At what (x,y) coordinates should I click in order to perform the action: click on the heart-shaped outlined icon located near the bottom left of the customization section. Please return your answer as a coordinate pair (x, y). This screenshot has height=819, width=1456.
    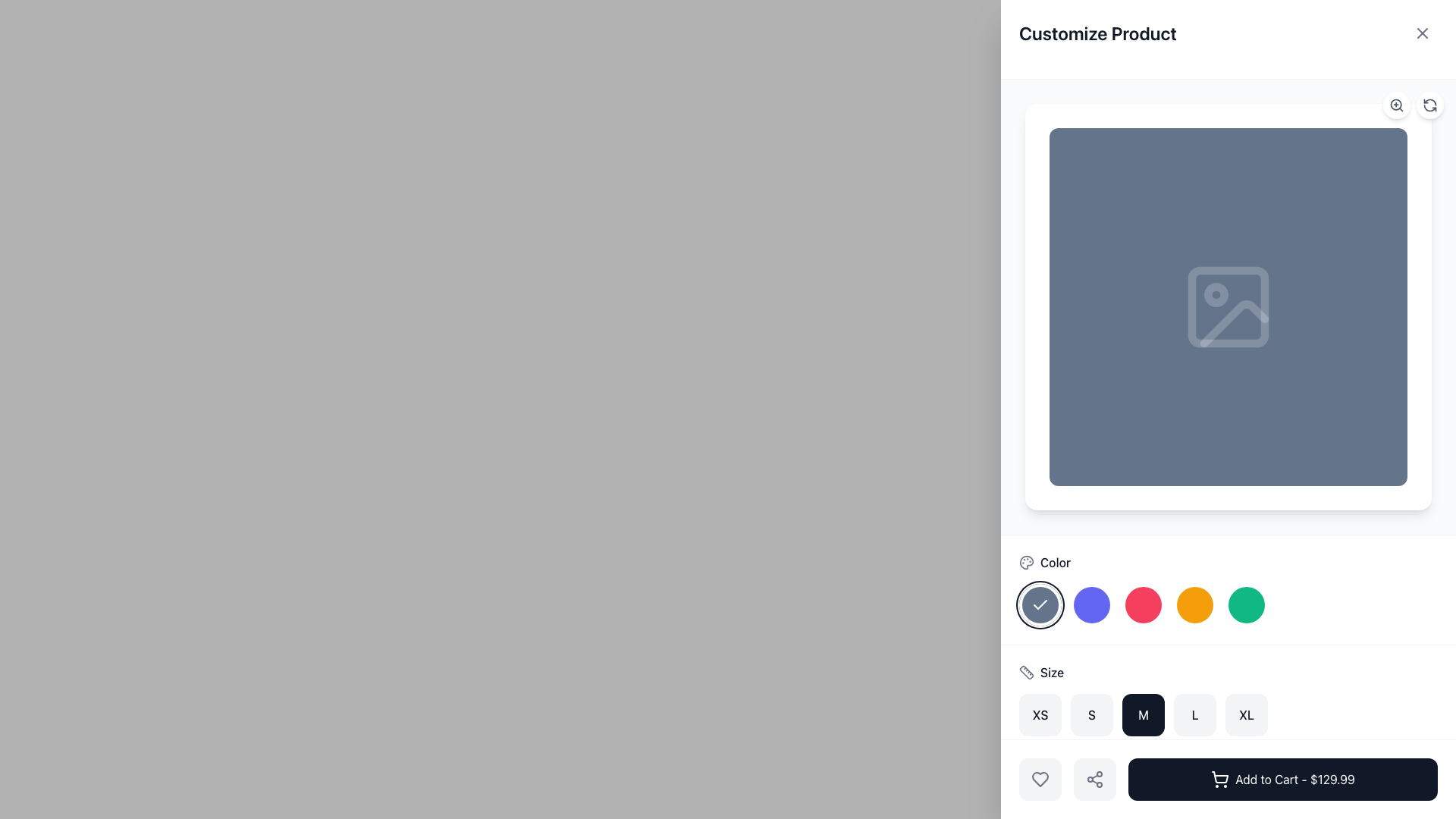
    Looking at the image, I should click on (1040, 780).